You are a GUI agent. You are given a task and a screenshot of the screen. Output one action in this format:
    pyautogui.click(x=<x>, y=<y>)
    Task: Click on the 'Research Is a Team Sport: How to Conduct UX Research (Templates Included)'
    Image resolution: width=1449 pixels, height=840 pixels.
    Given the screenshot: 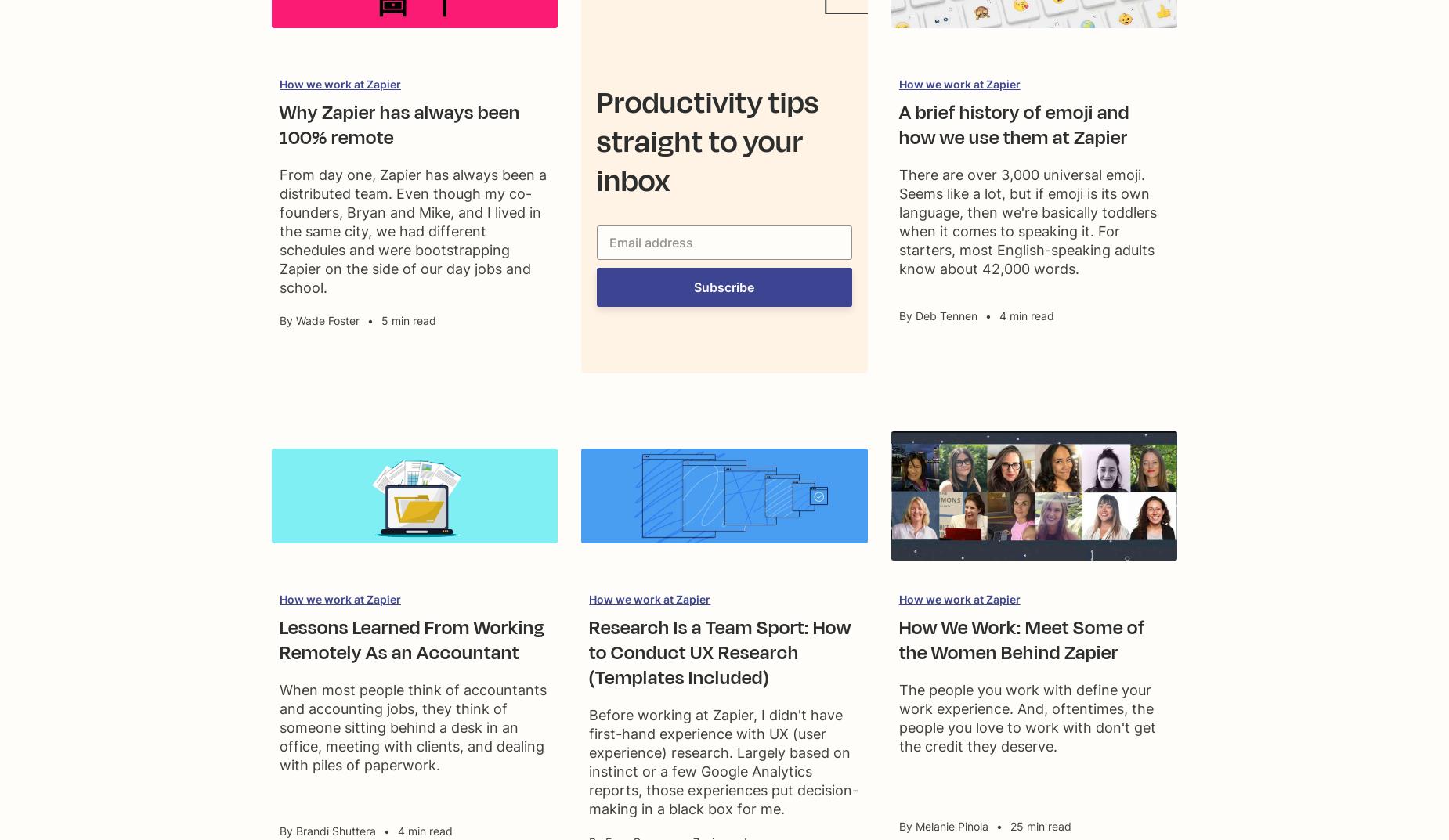 What is the action you would take?
    pyautogui.click(x=720, y=653)
    